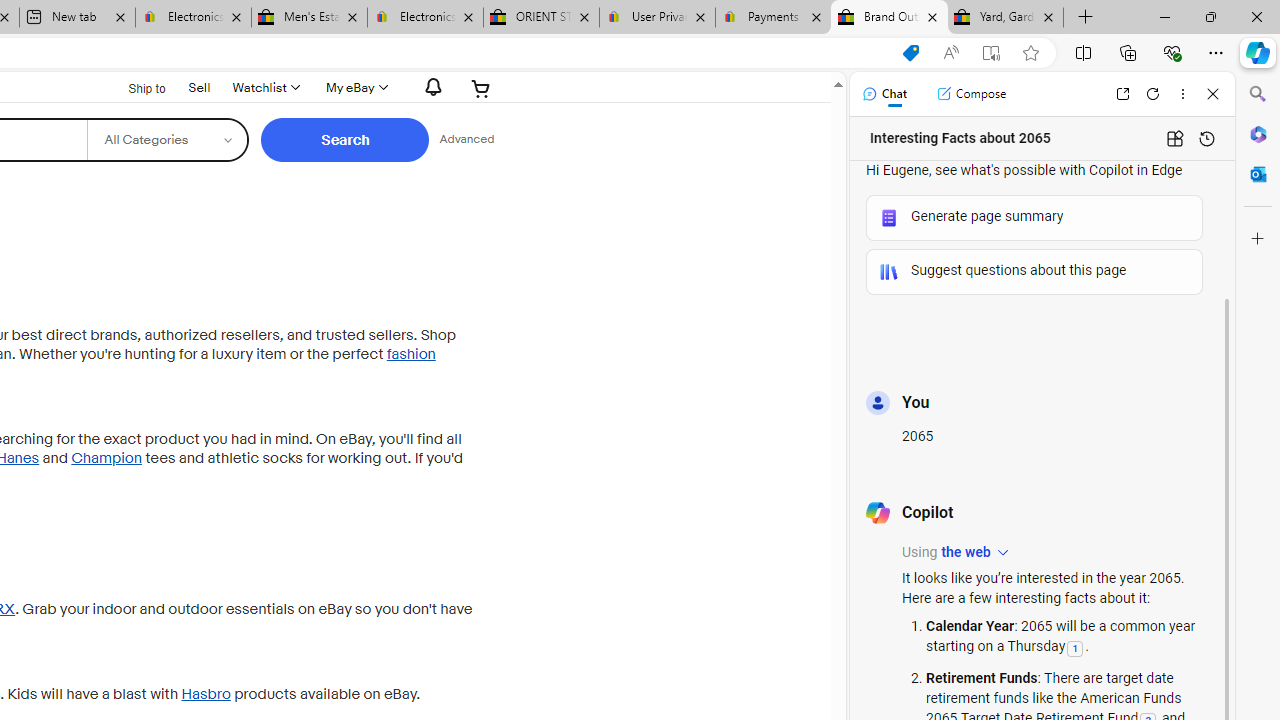 This screenshot has height=720, width=1280. What do you see at coordinates (133, 86) in the screenshot?
I see `'Ship to'` at bounding box center [133, 86].